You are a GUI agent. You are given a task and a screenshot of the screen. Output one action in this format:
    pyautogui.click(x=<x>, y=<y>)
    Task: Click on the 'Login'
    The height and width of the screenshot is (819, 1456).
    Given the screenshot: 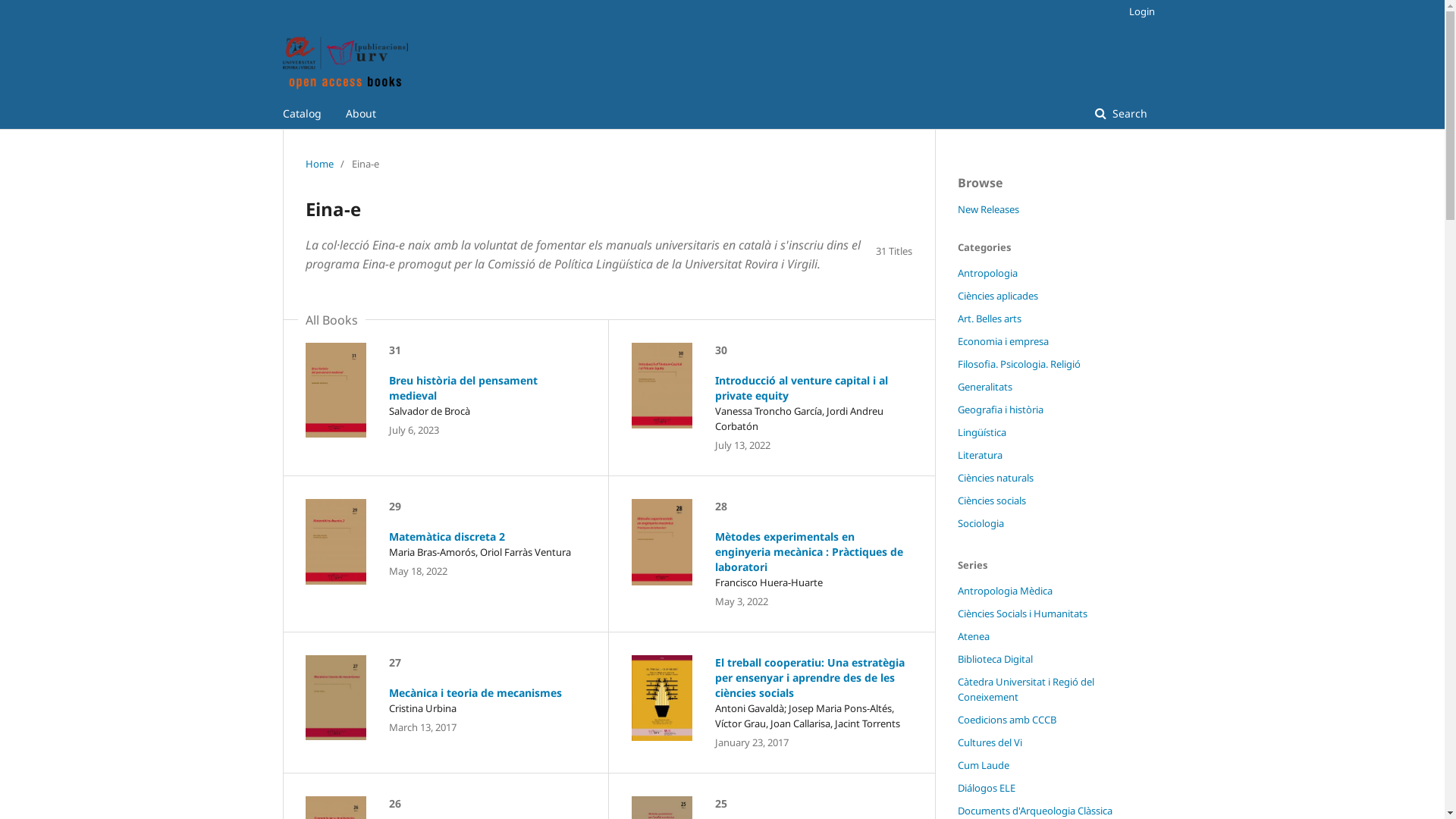 What is the action you would take?
    pyautogui.click(x=1137, y=11)
    